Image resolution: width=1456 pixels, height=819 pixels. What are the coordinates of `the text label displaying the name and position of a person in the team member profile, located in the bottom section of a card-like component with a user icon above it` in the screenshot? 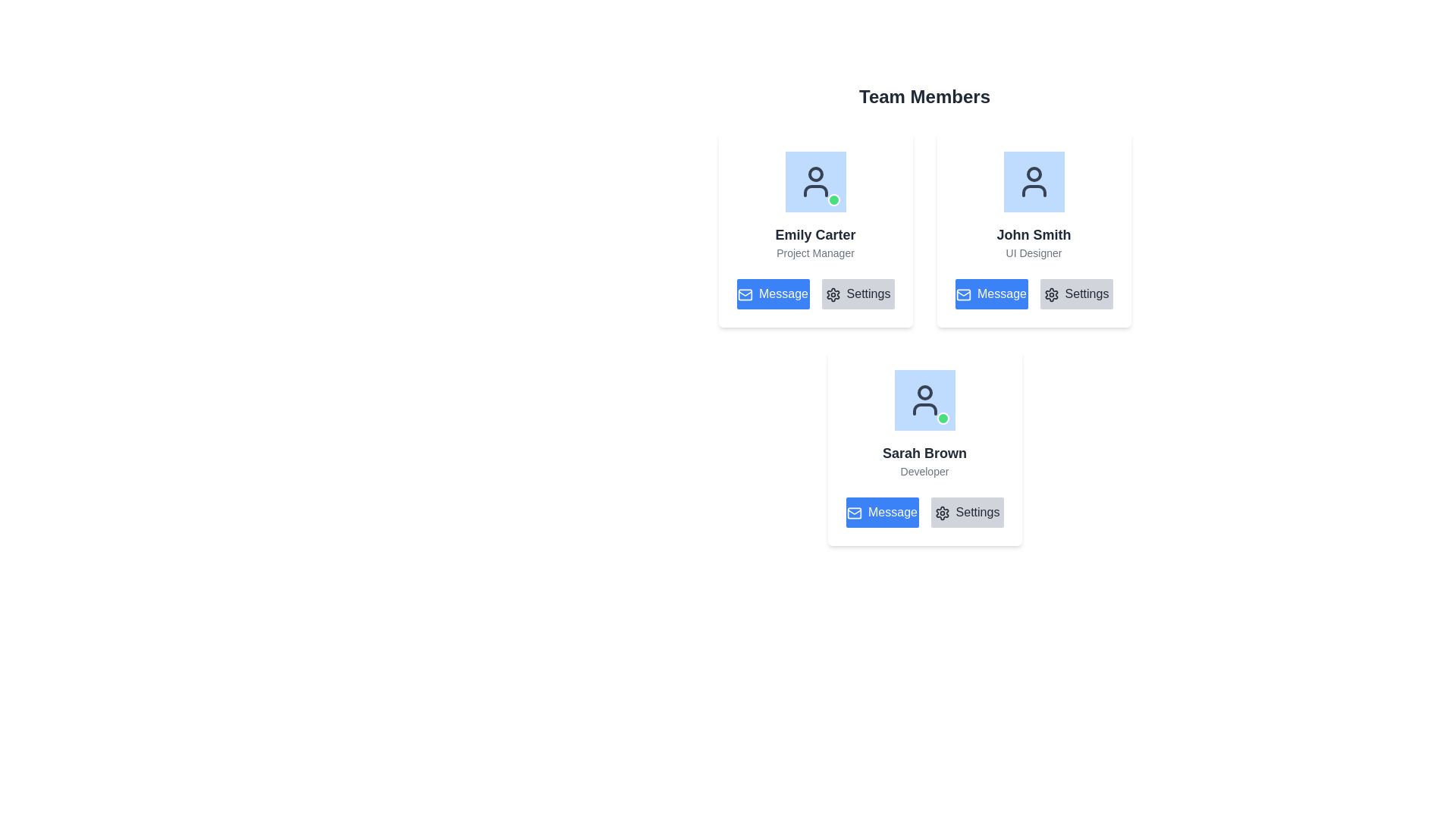 It's located at (924, 460).